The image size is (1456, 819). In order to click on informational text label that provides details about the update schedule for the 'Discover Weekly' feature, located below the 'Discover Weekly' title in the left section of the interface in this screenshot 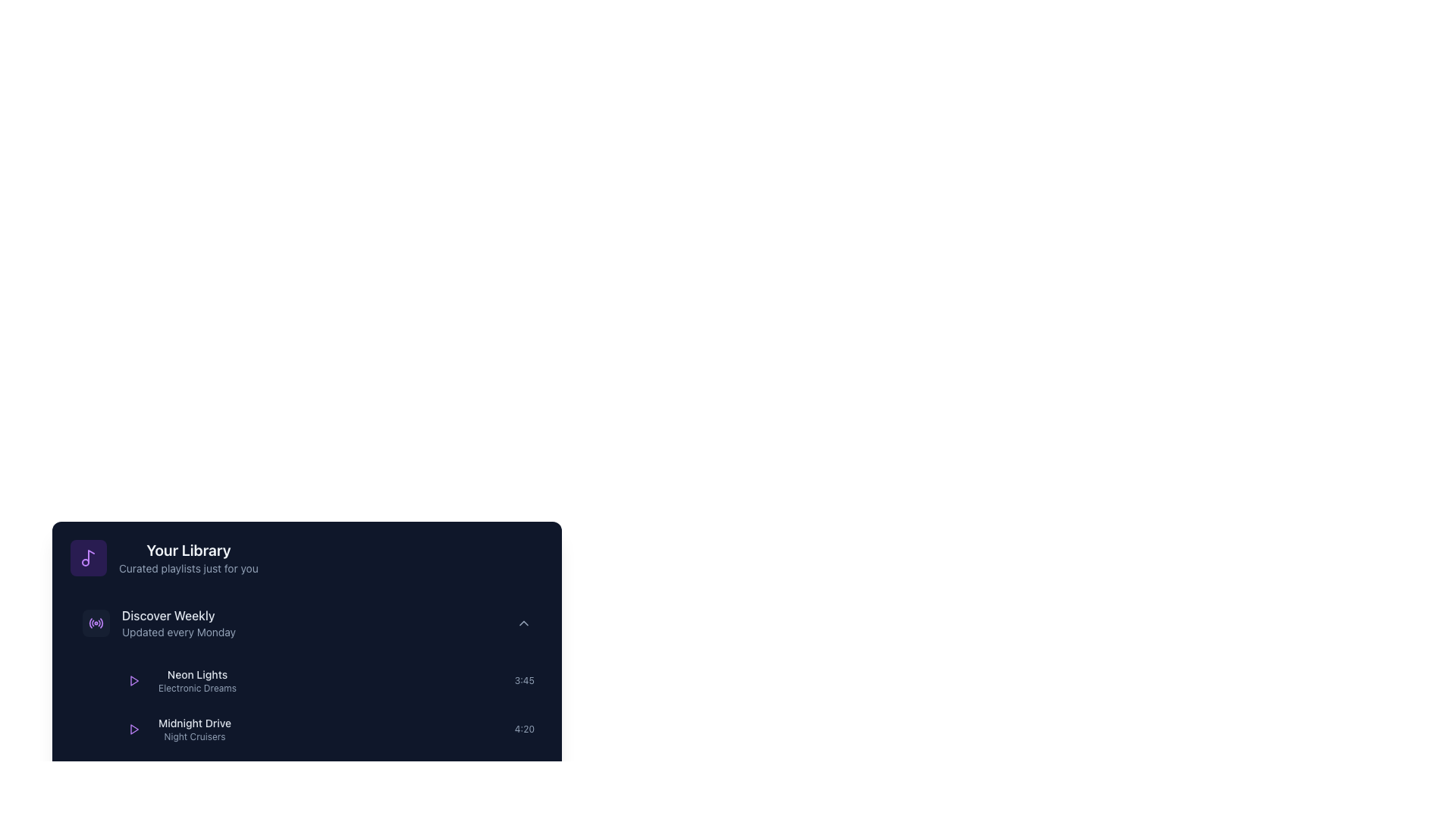, I will do `click(179, 632)`.